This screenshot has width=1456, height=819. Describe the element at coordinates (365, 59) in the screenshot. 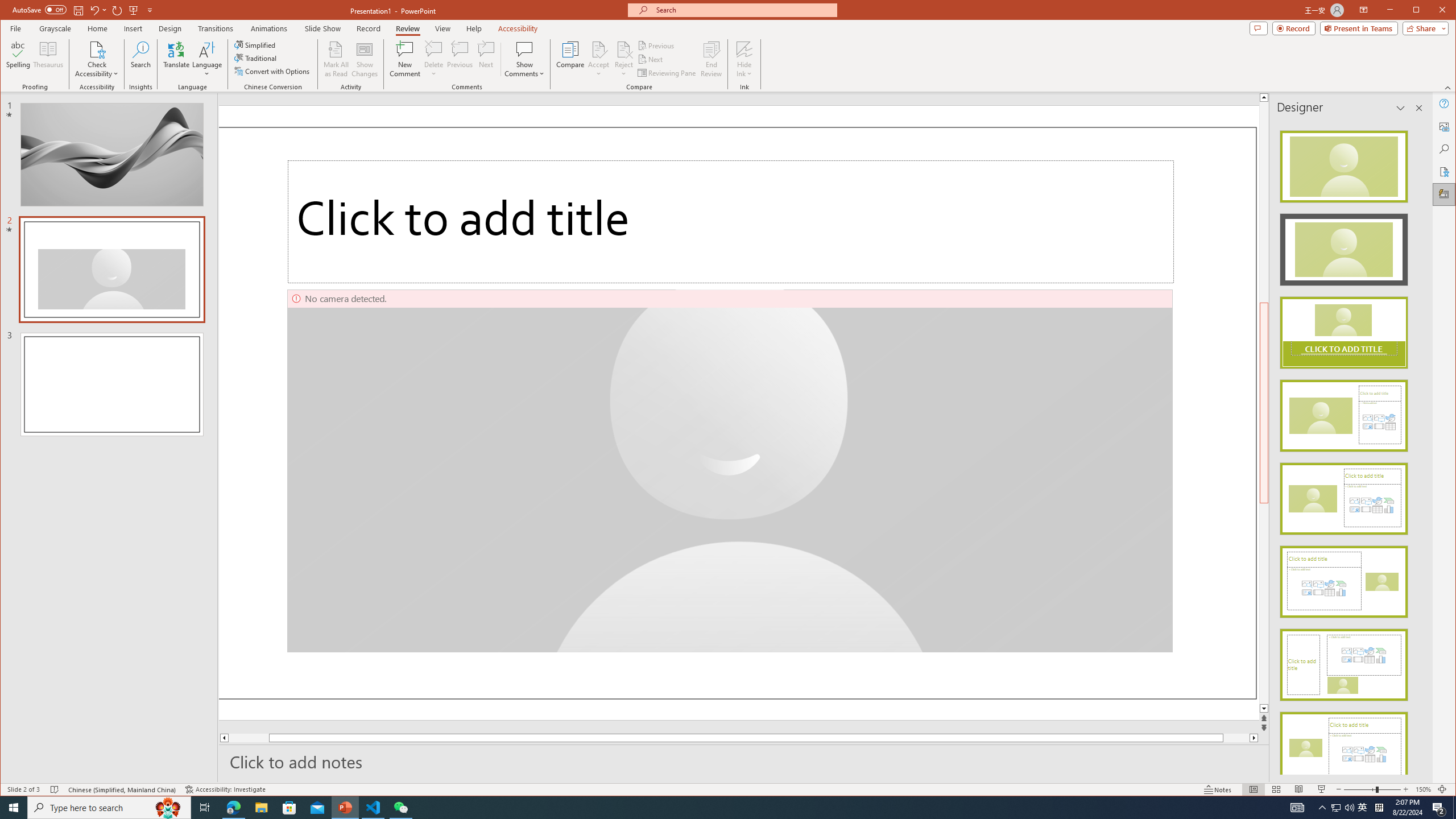

I see `'Show Changes'` at that location.